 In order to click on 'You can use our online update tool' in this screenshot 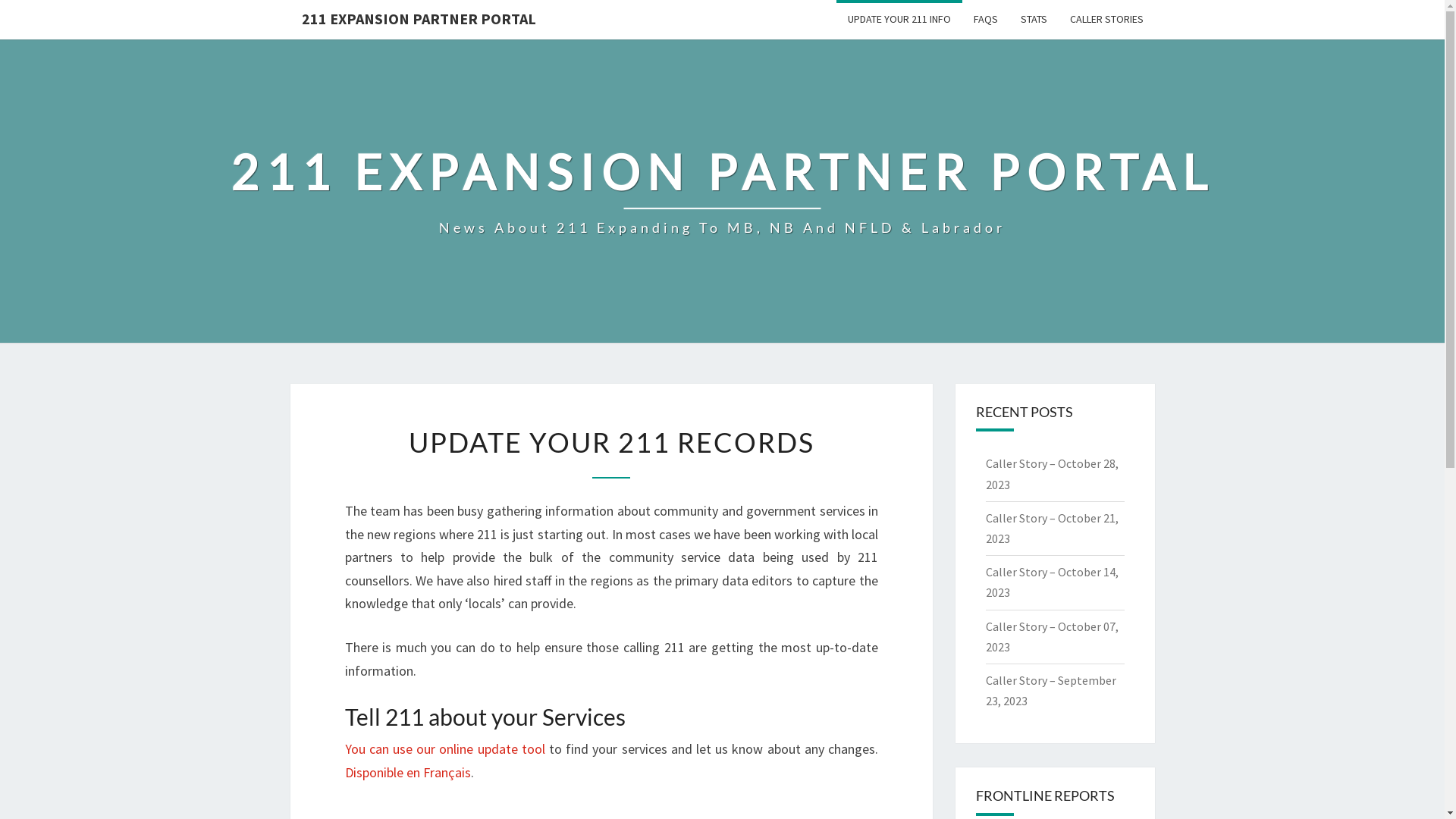, I will do `click(443, 748)`.